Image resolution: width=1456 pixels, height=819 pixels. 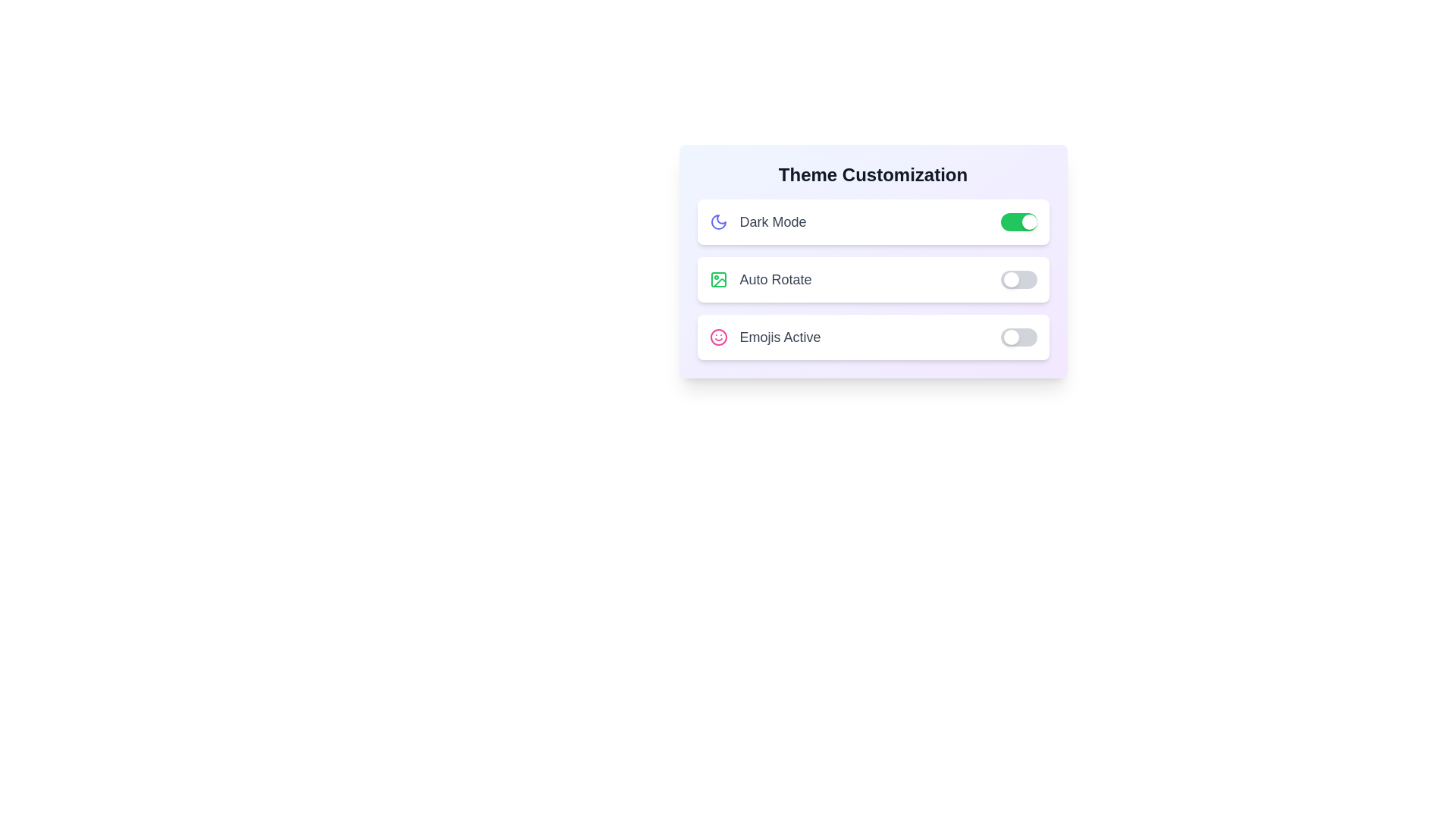 I want to click on the 'Dark Mode' toggle switch, so click(x=873, y=222).